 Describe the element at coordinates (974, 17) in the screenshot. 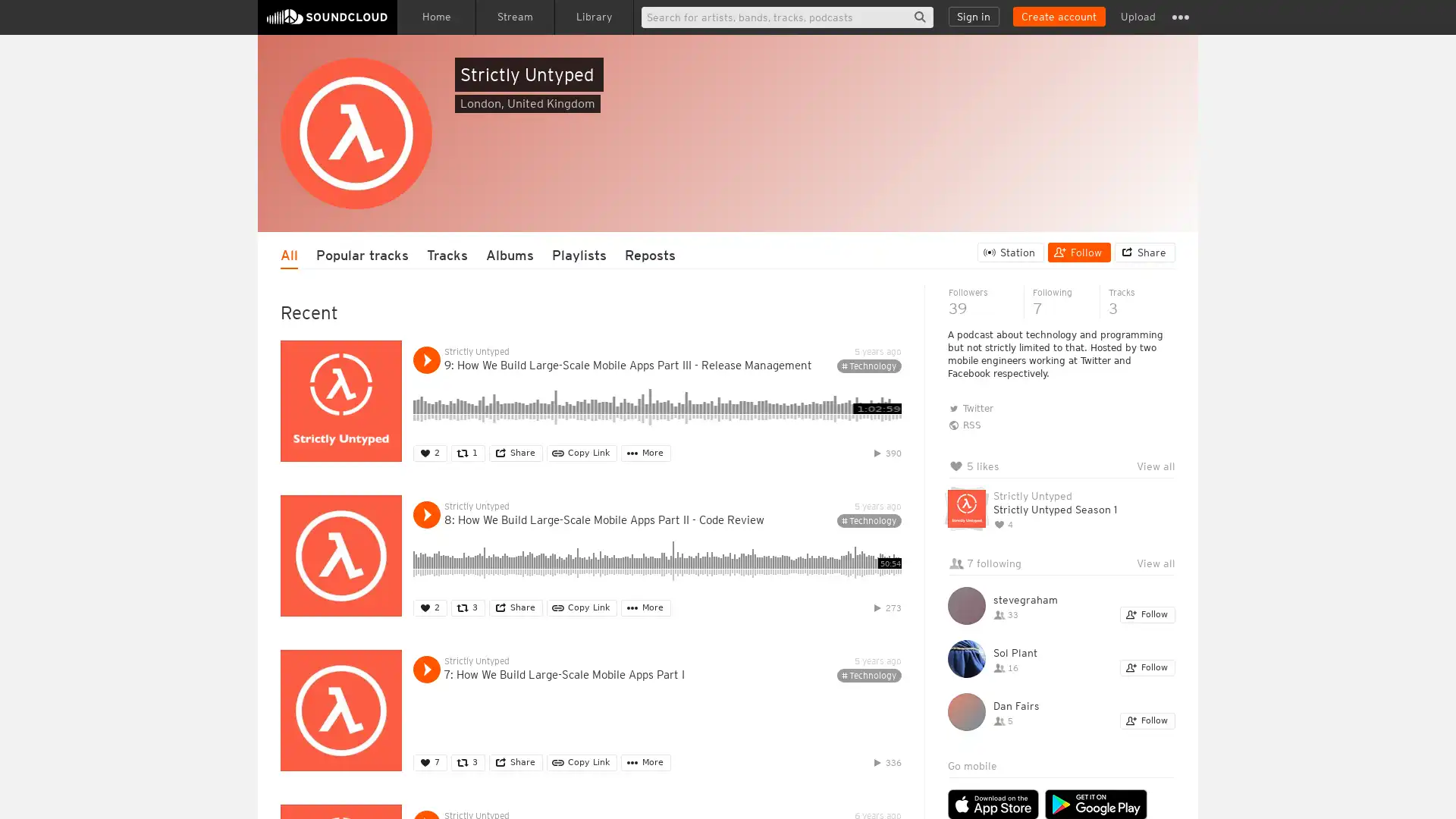

I see `Sign in` at that location.